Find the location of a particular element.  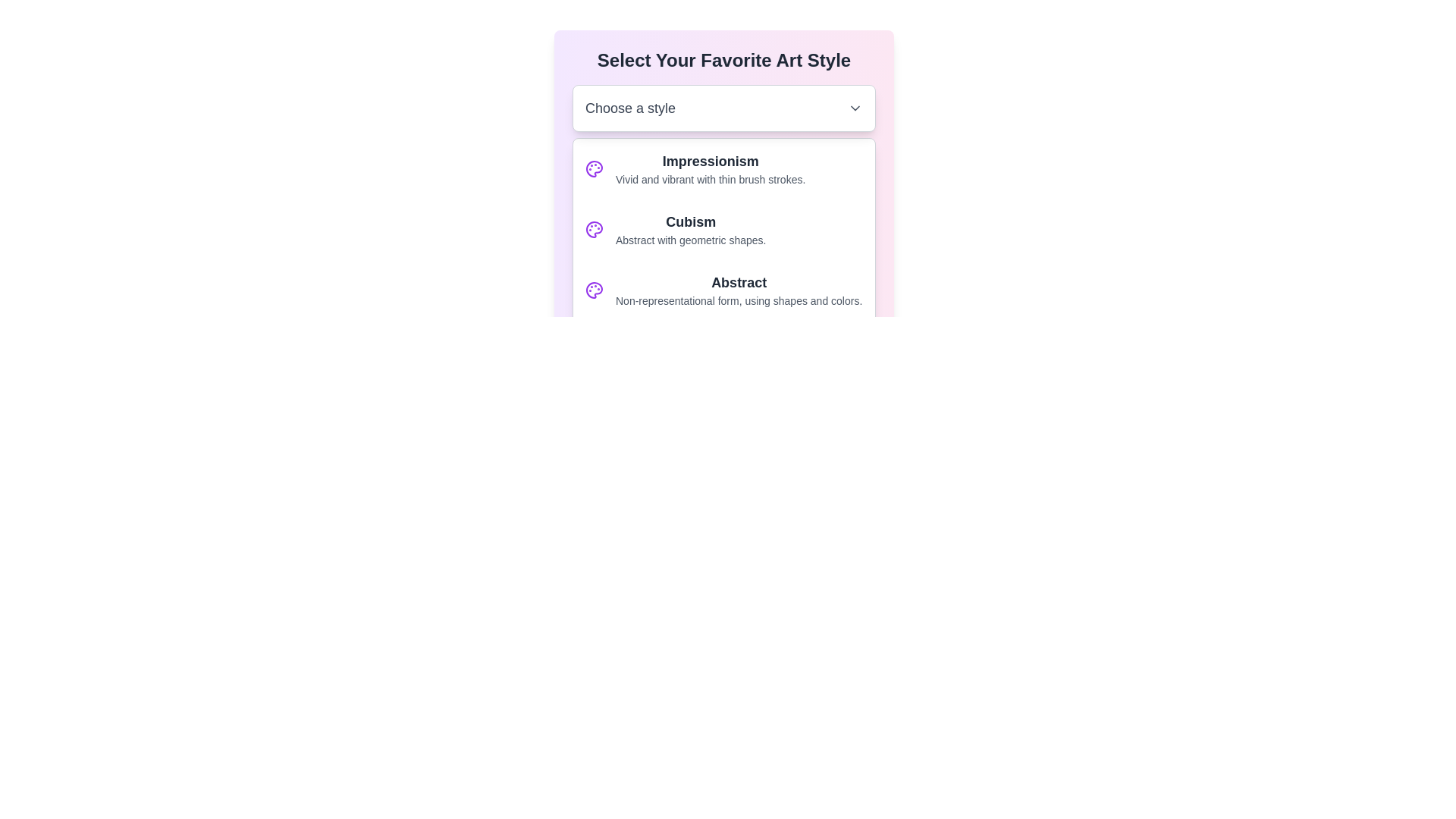

the painter's palette icon, which is the first element in the second item of the 'Select Your Favorite Art Style' list, located to the left of the 'Cubism' style text is located at coordinates (593, 230).